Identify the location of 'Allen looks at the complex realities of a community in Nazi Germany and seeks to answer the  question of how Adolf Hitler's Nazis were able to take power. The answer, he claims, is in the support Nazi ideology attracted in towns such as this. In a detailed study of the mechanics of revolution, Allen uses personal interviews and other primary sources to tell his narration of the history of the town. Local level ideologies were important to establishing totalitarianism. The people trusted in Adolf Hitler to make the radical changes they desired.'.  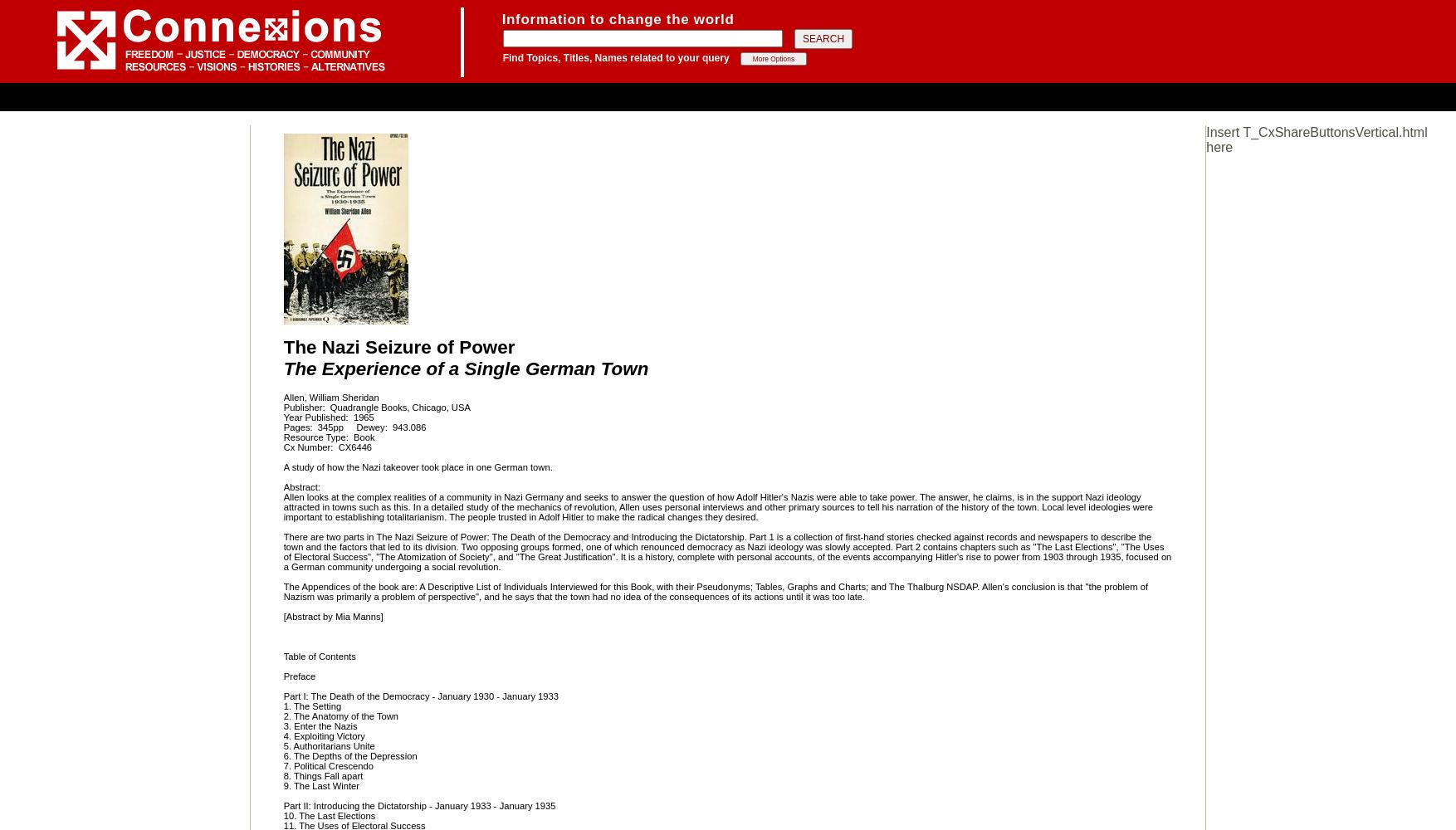
(716, 506).